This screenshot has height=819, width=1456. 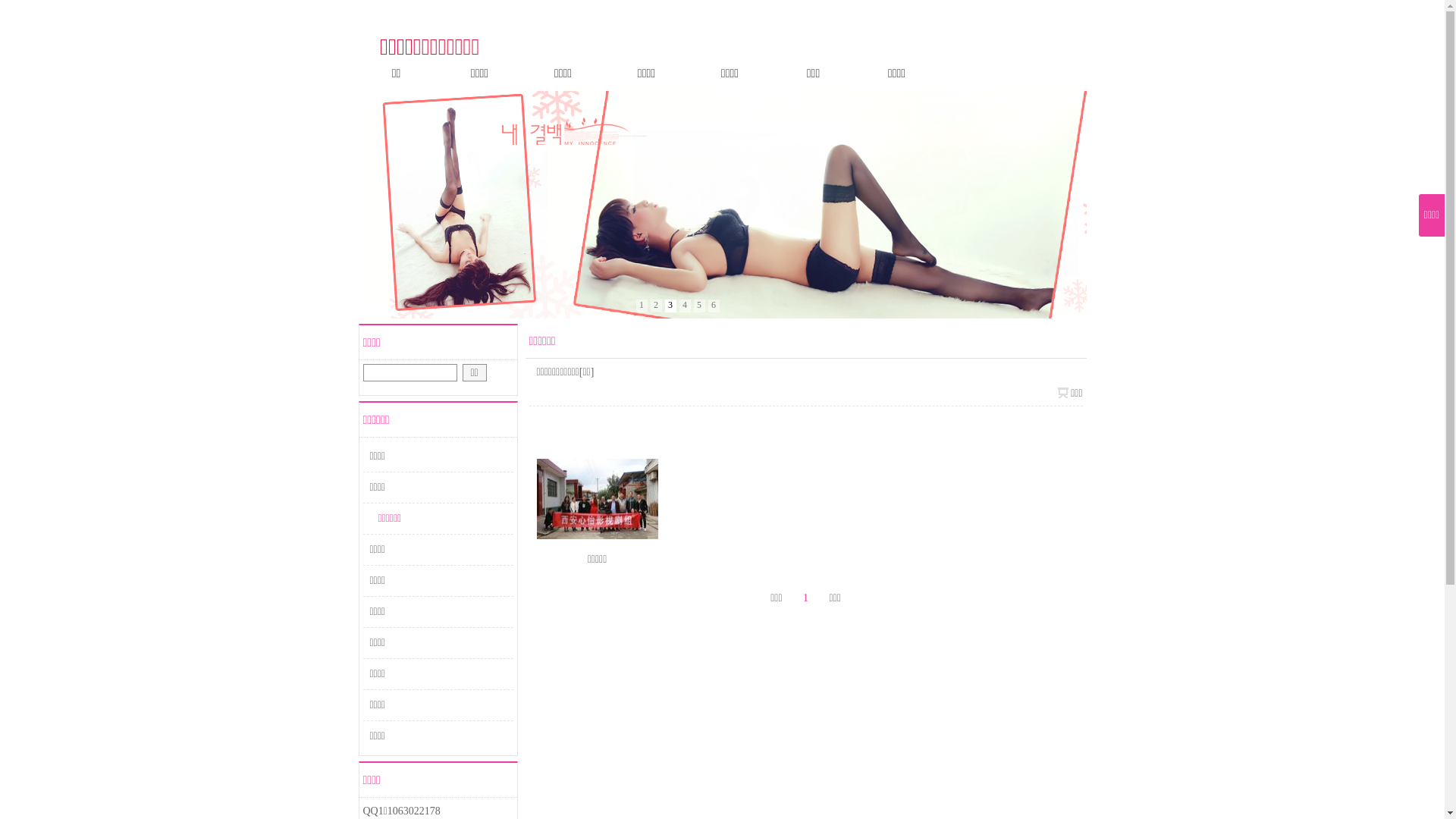 I want to click on '5', so click(x=698, y=306).